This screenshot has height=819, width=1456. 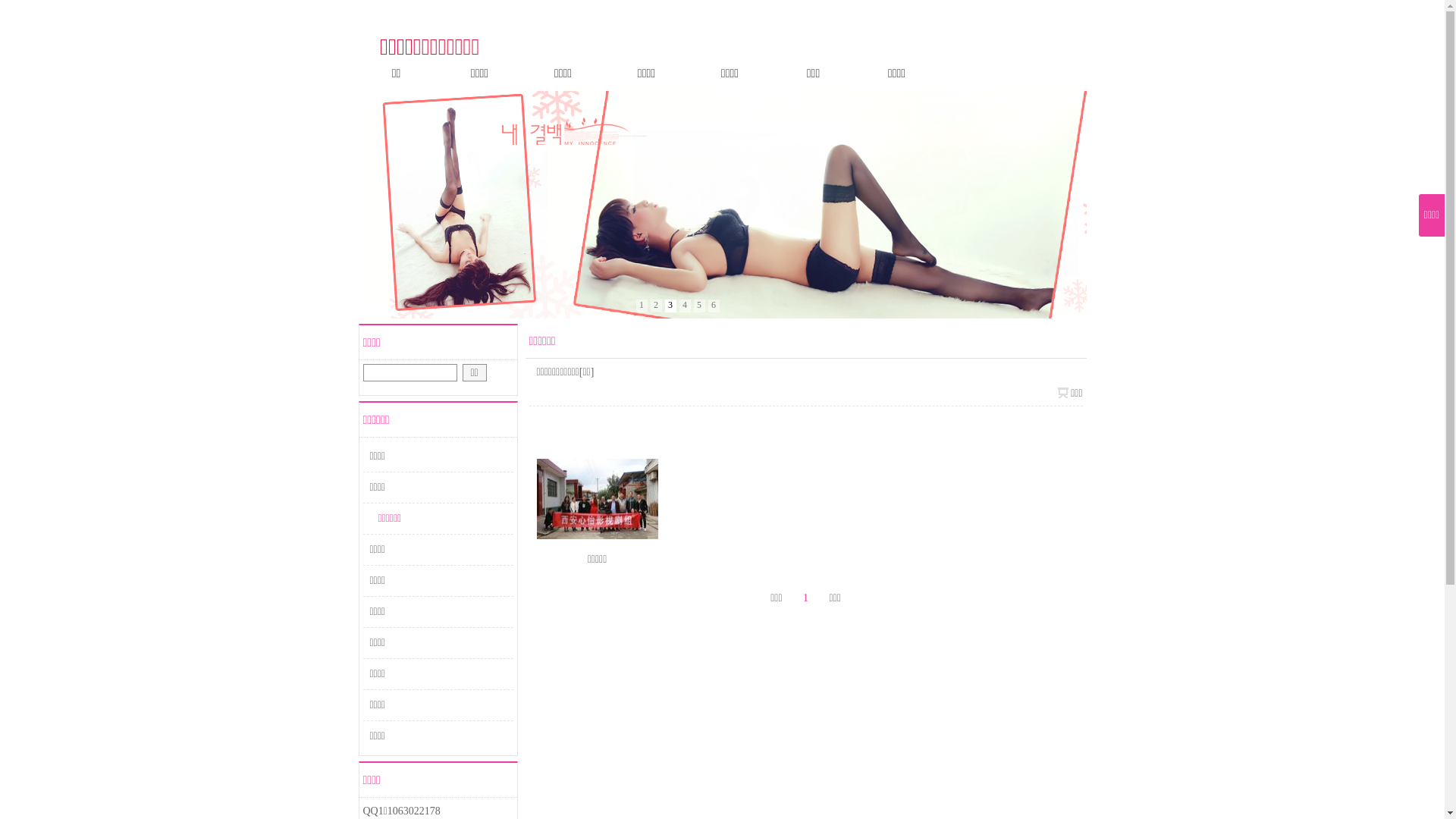 I want to click on '5', so click(x=698, y=306).